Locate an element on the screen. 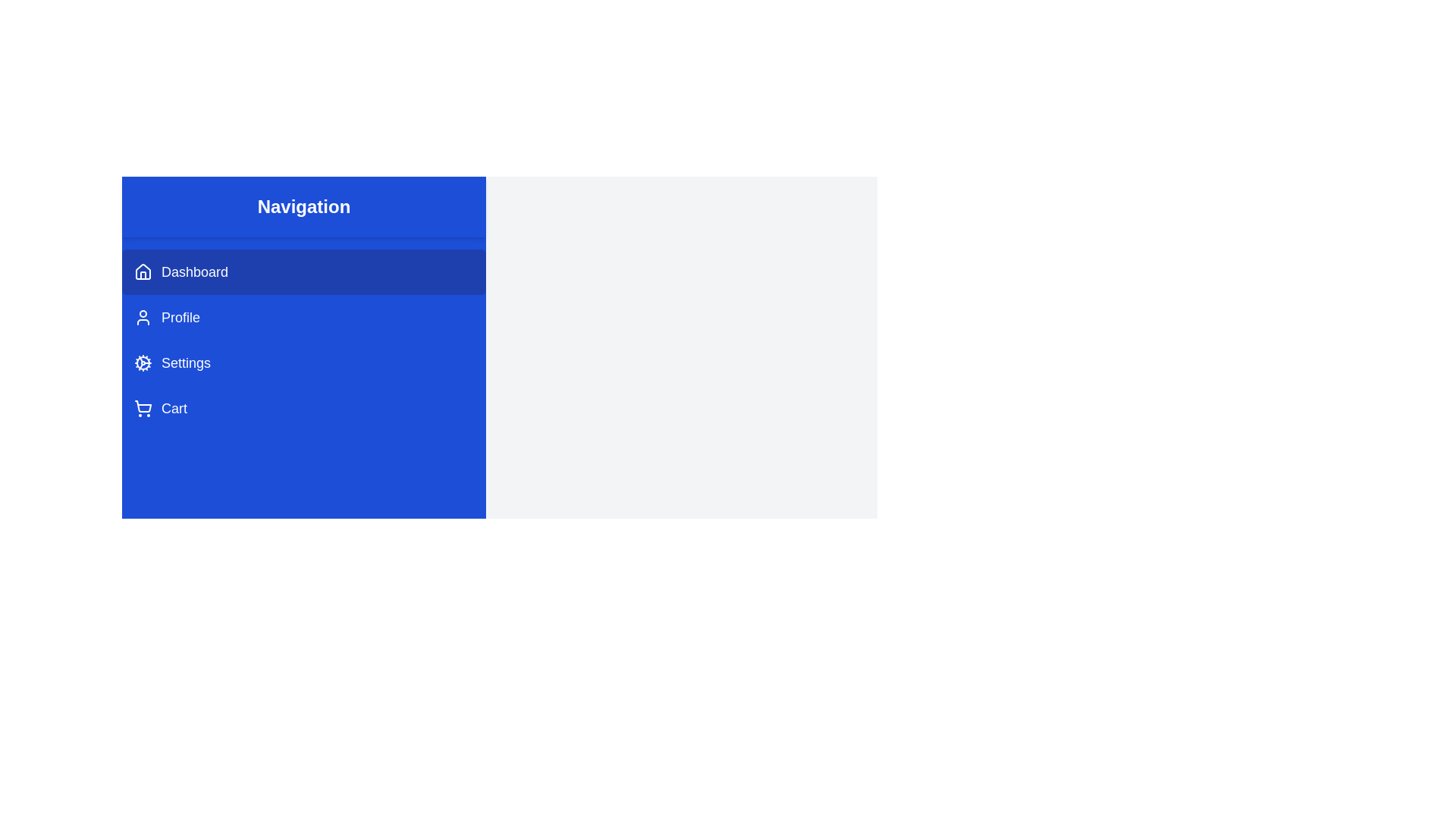 This screenshot has height=819, width=1456. an item in the vertical navigation menu located beneath the 'Navigation' header is located at coordinates (303, 339).